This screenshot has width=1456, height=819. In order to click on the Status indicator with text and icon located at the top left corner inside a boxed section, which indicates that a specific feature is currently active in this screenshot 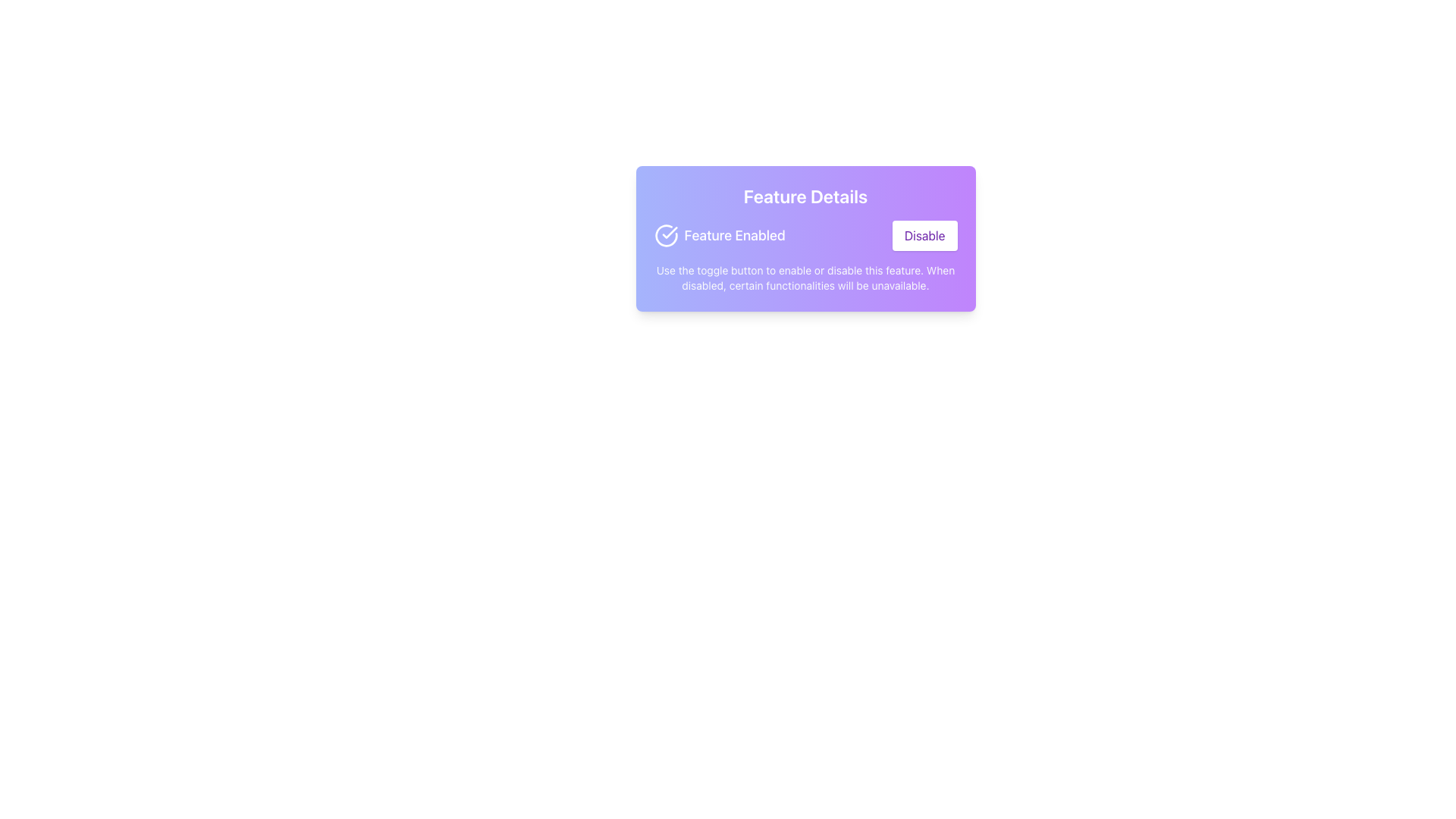, I will do `click(719, 236)`.